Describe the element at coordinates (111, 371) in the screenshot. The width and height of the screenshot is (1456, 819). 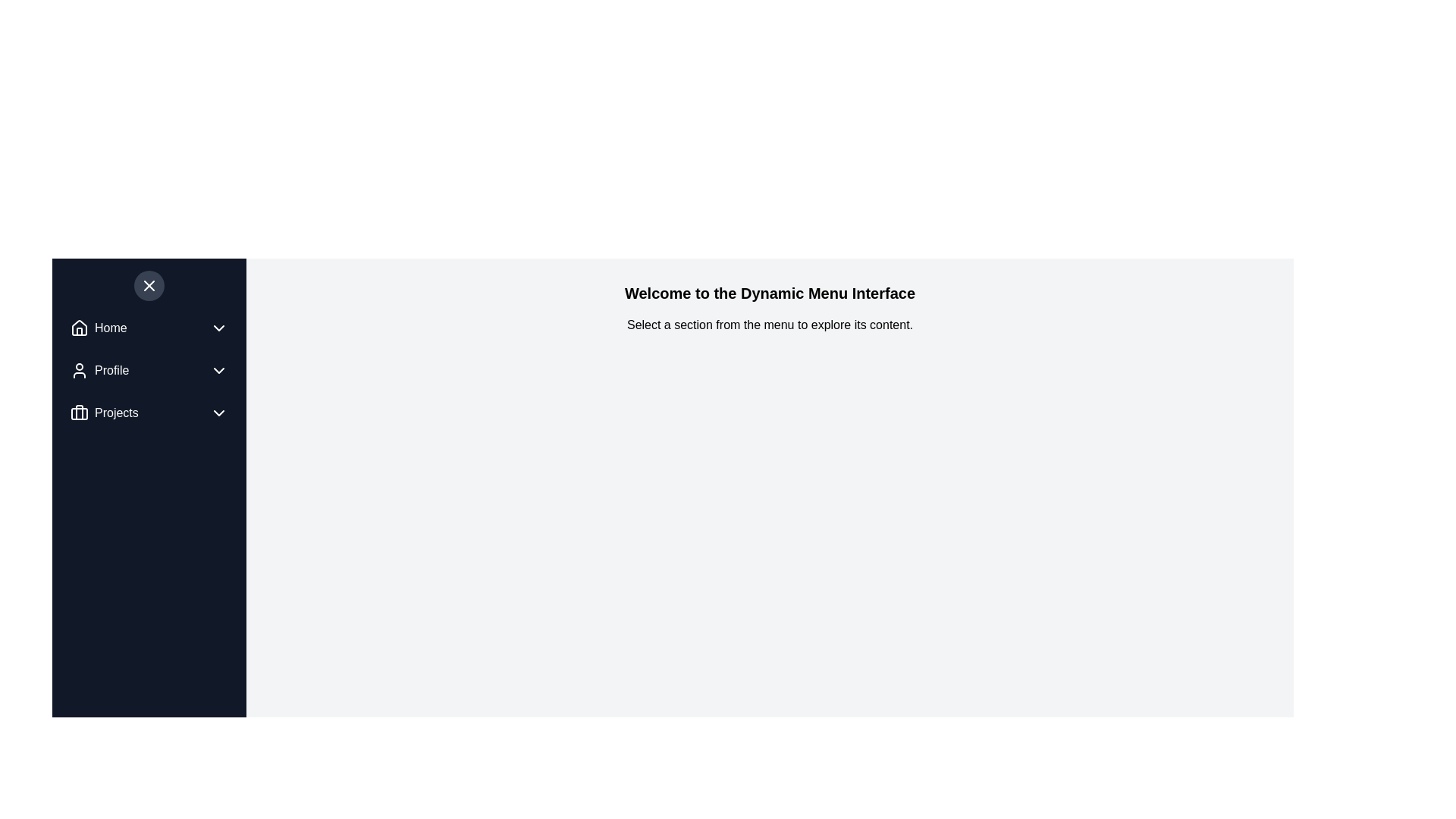
I see `the 'Profile' text label in the navigation bar` at that location.